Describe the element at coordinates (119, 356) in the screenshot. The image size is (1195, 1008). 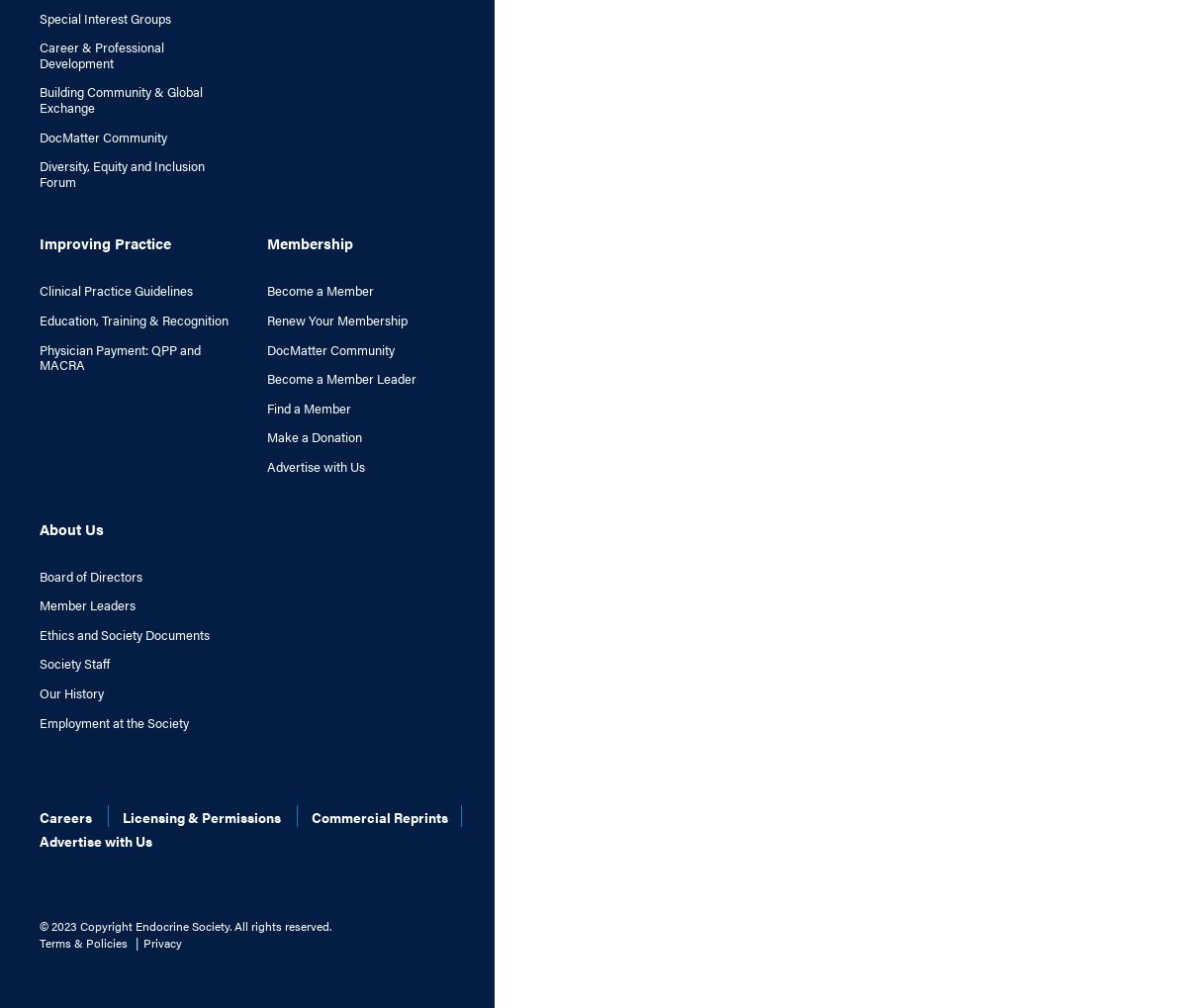
I see `'Physician Payment: QPP and MACRA'` at that location.